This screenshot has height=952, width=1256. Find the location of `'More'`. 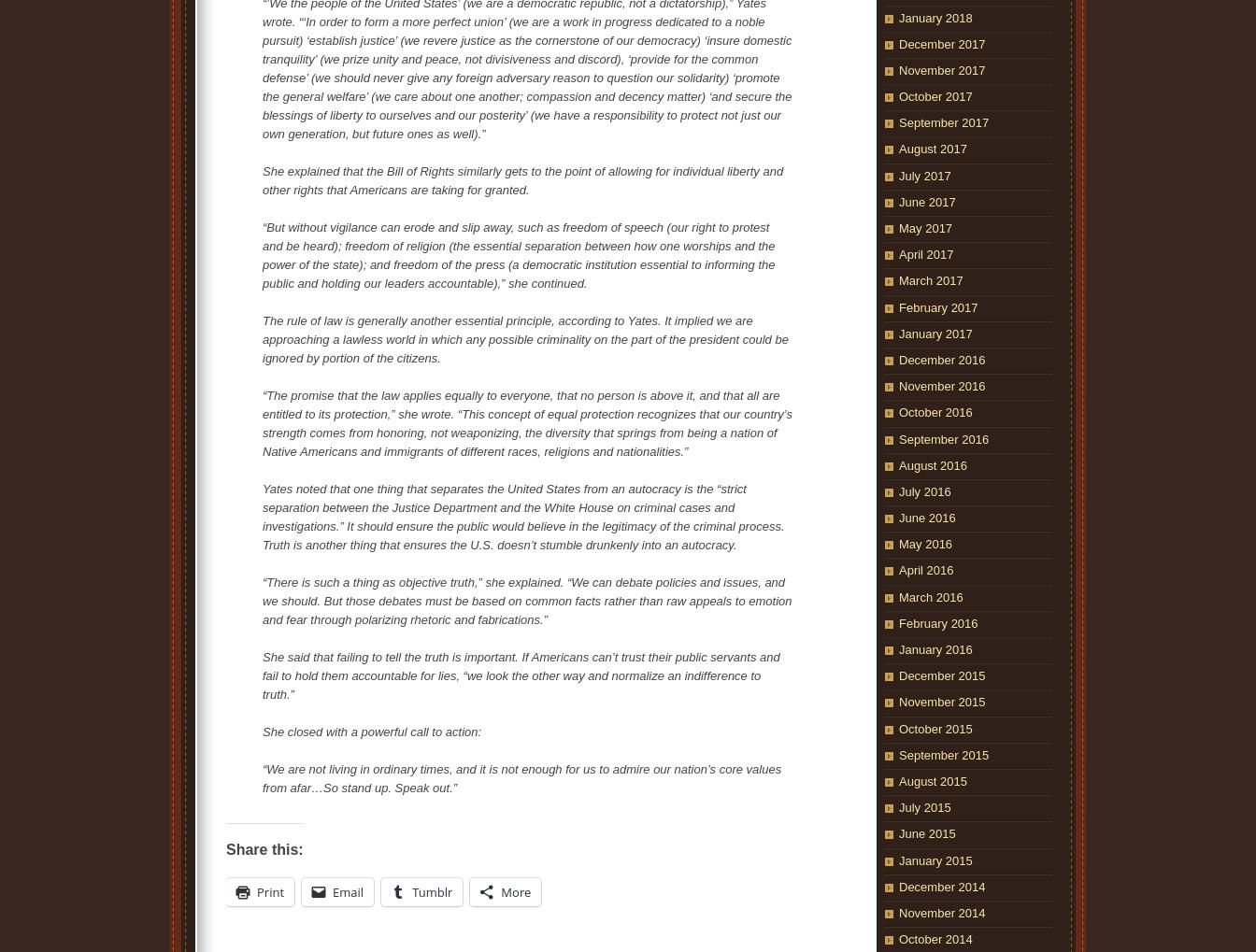

'More' is located at coordinates (515, 889).